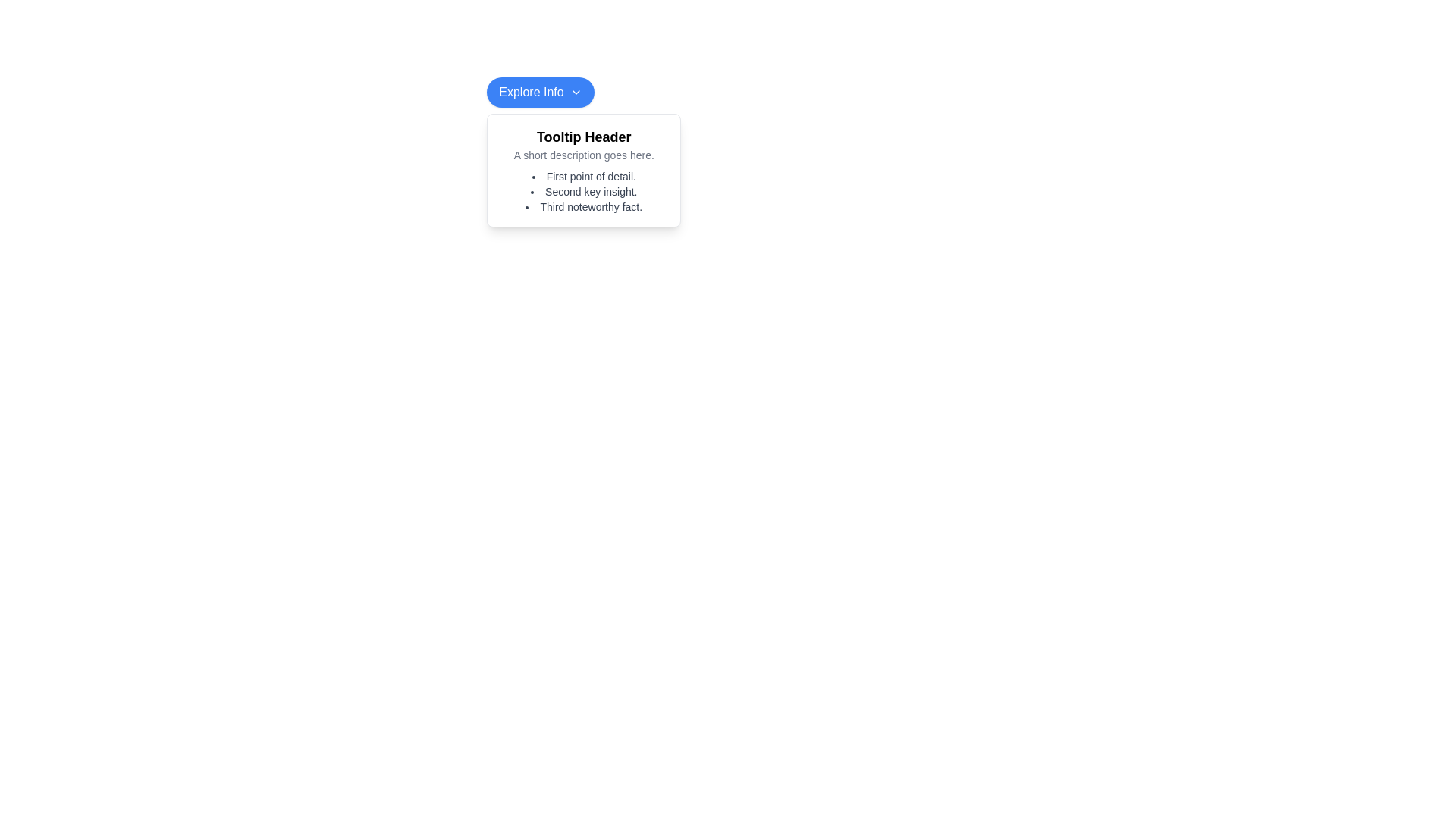  I want to click on the chevron-down icon located on the right side of the 'Explore Info' button, which indicates expandable functionality, so click(575, 93).